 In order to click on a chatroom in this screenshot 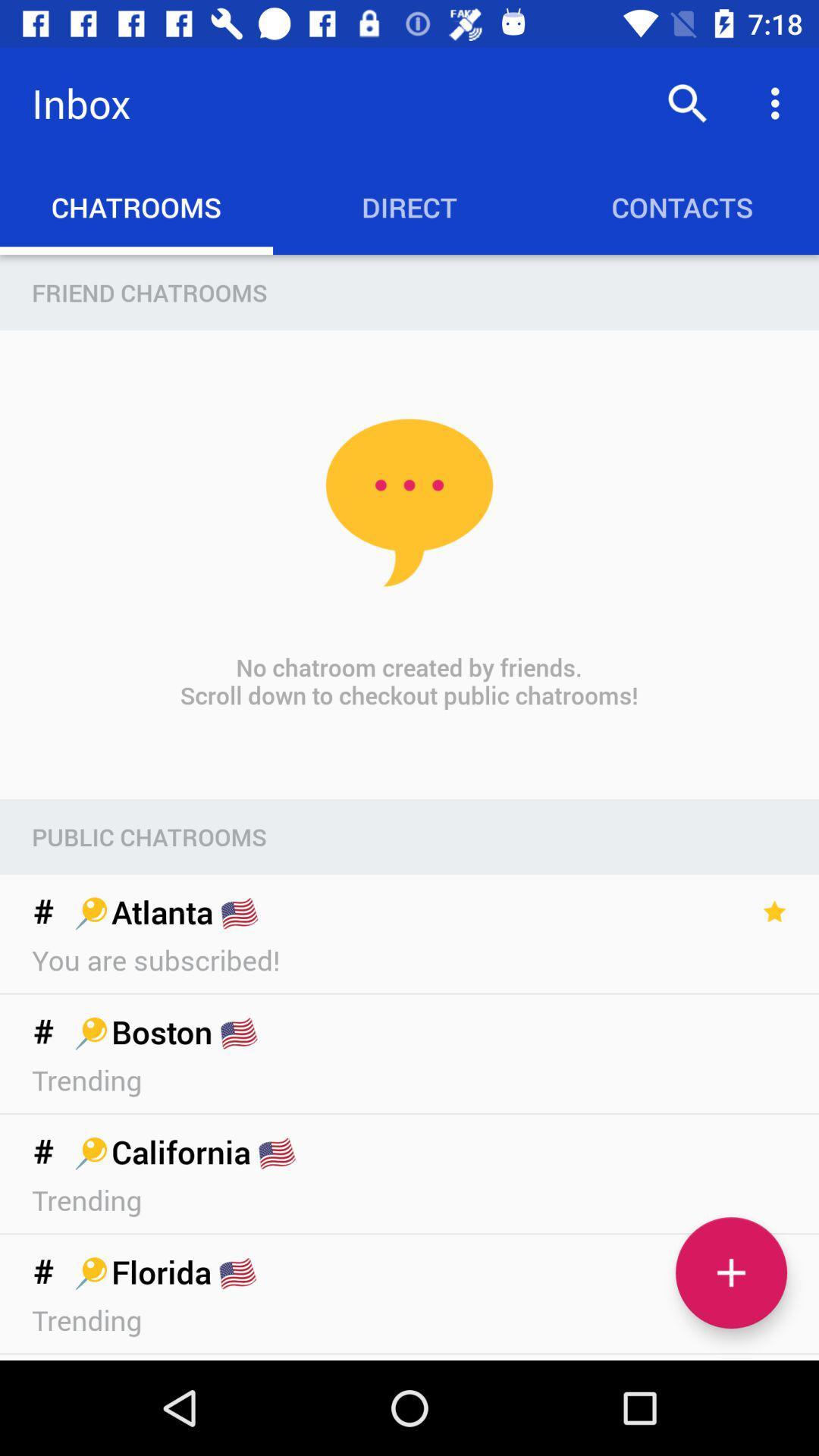, I will do `click(730, 1272)`.